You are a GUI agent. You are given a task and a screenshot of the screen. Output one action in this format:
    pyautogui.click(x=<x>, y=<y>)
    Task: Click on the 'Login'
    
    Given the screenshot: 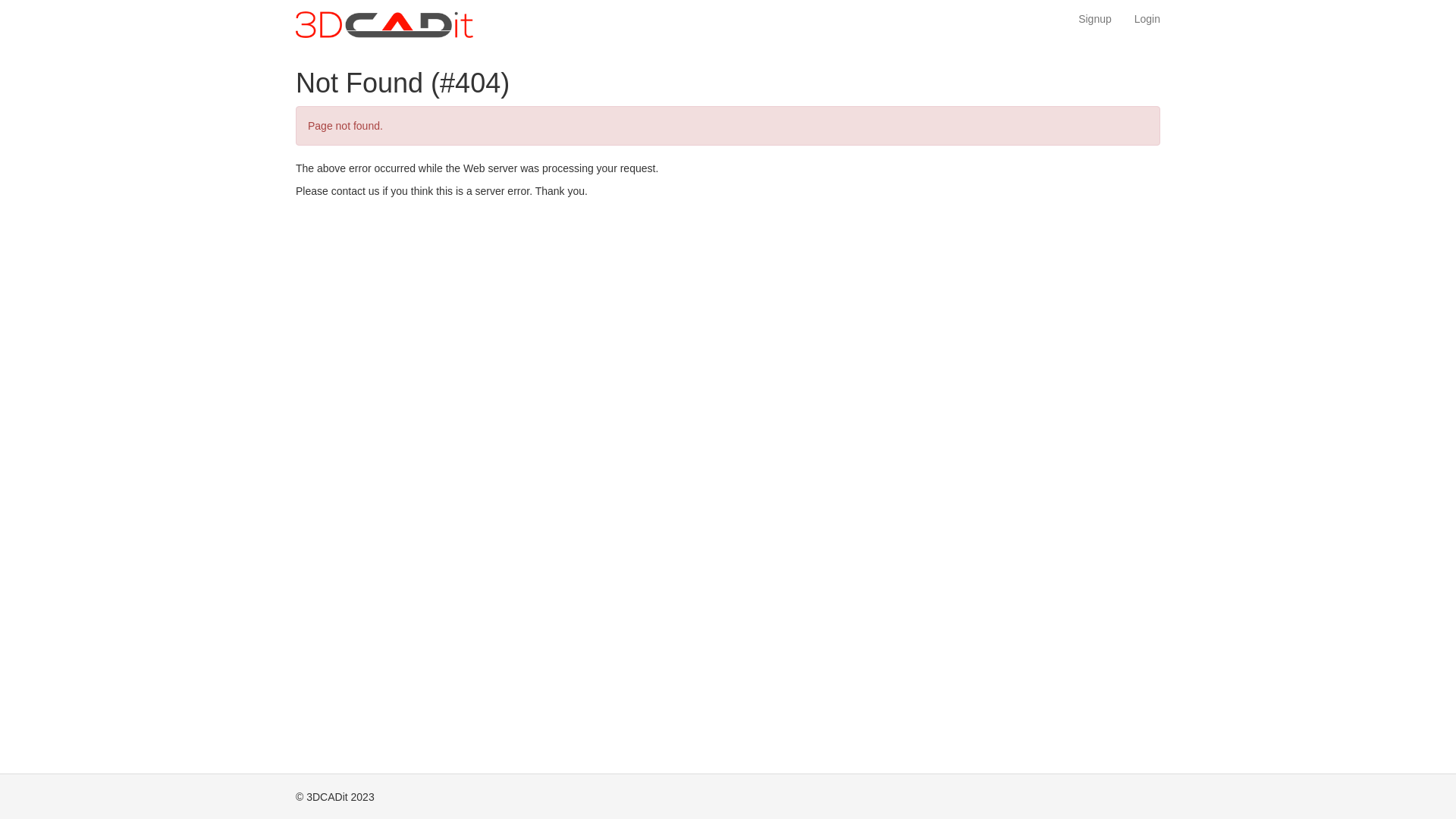 What is the action you would take?
    pyautogui.click(x=1147, y=18)
    